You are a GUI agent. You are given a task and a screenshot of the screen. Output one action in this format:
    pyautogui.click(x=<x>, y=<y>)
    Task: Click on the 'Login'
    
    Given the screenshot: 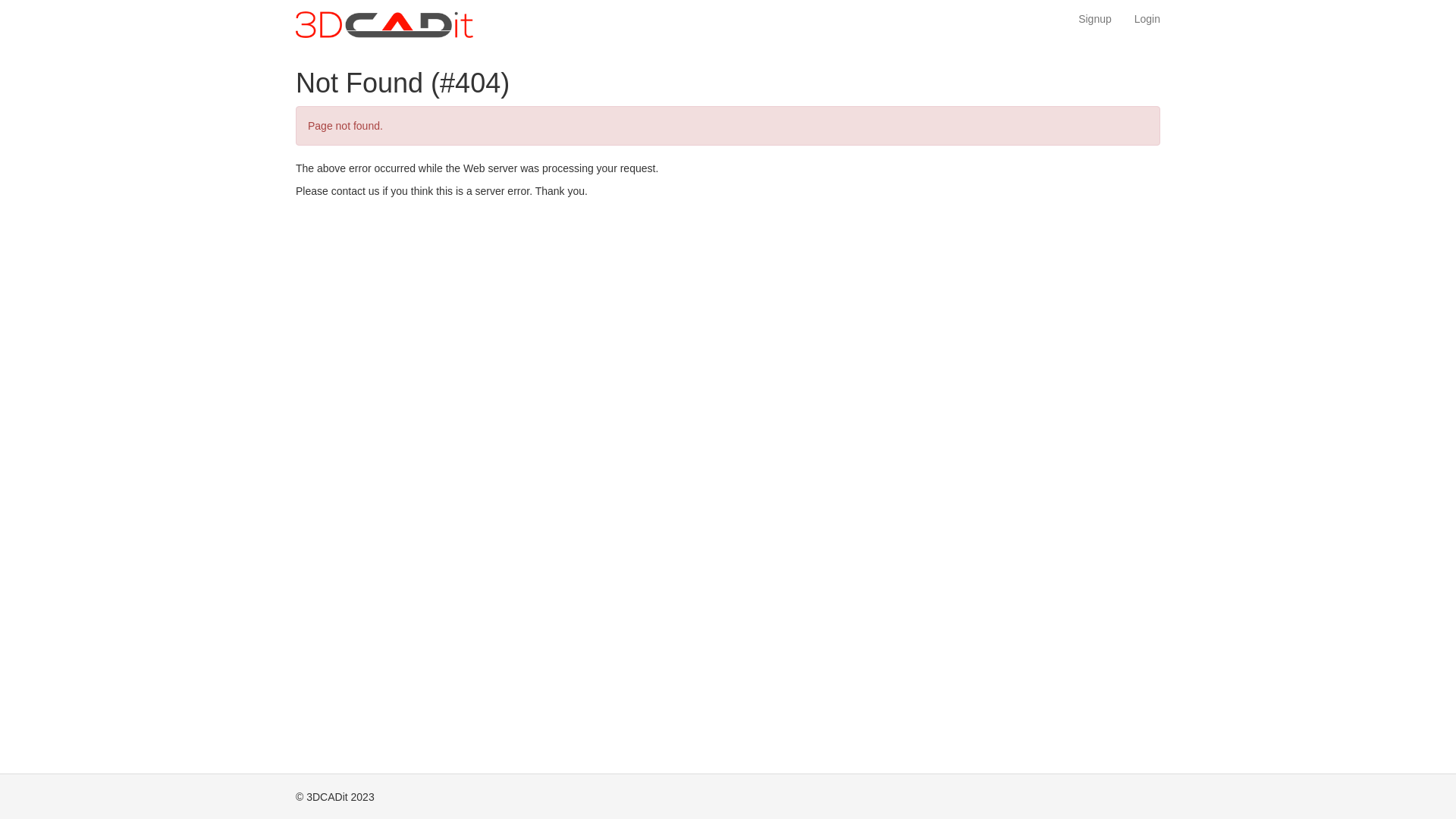 What is the action you would take?
    pyautogui.click(x=1147, y=18)
    